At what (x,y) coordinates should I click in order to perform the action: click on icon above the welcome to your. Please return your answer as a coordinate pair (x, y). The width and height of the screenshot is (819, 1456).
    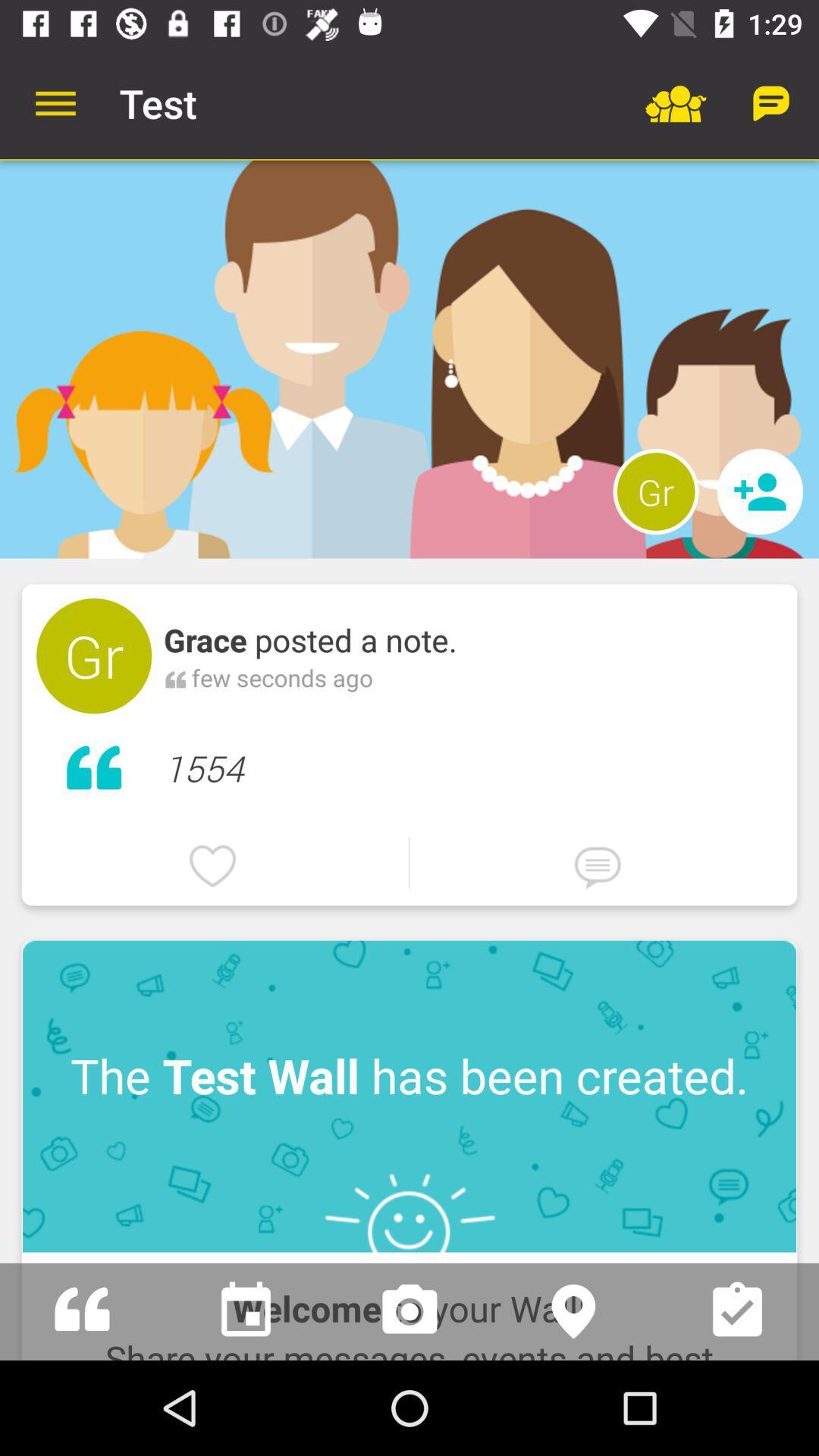
    Looking at the image, I should click on (409, 1096).